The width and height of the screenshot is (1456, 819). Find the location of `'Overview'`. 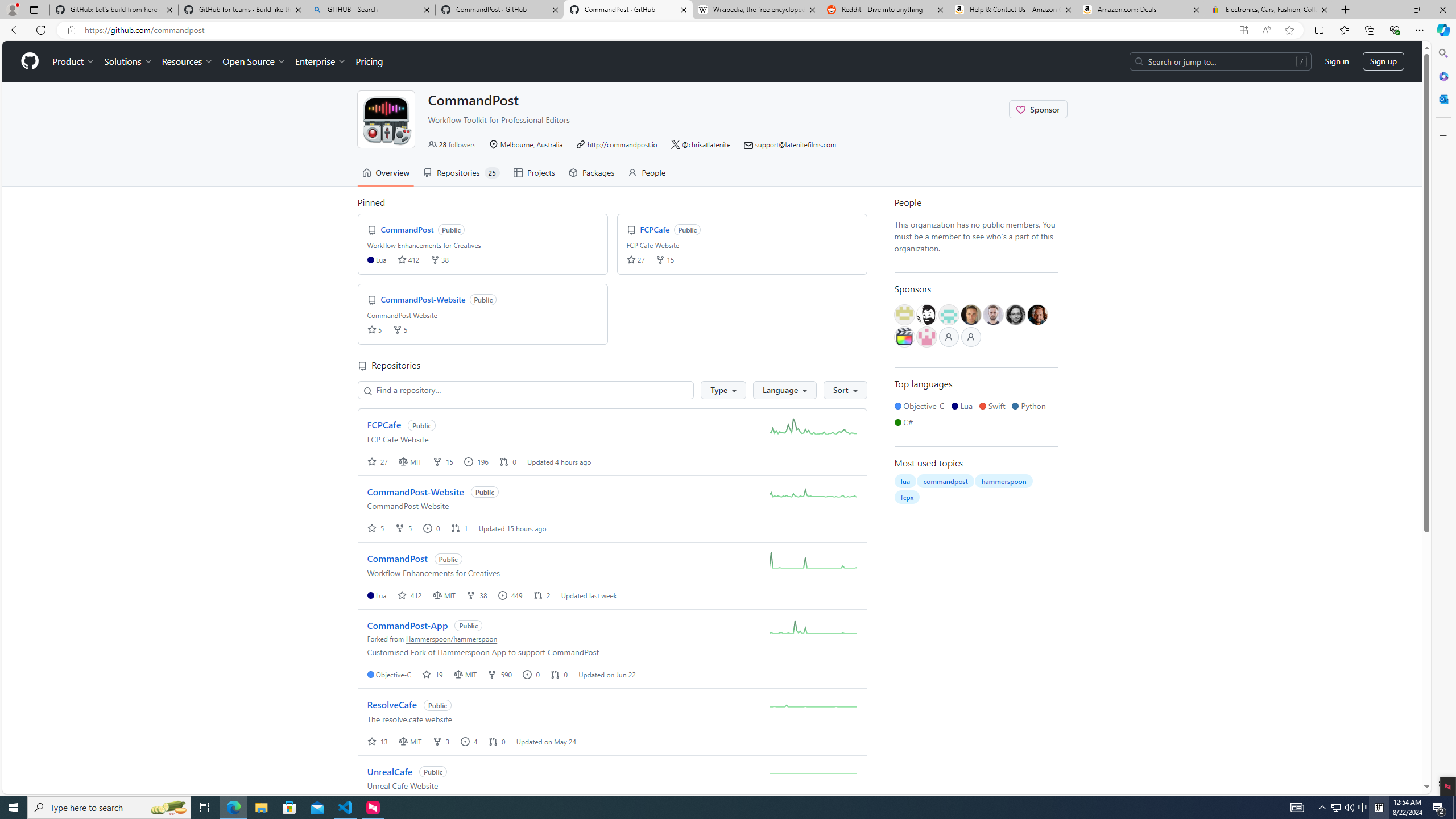

'Overview' is located at coordinates (385, 172).